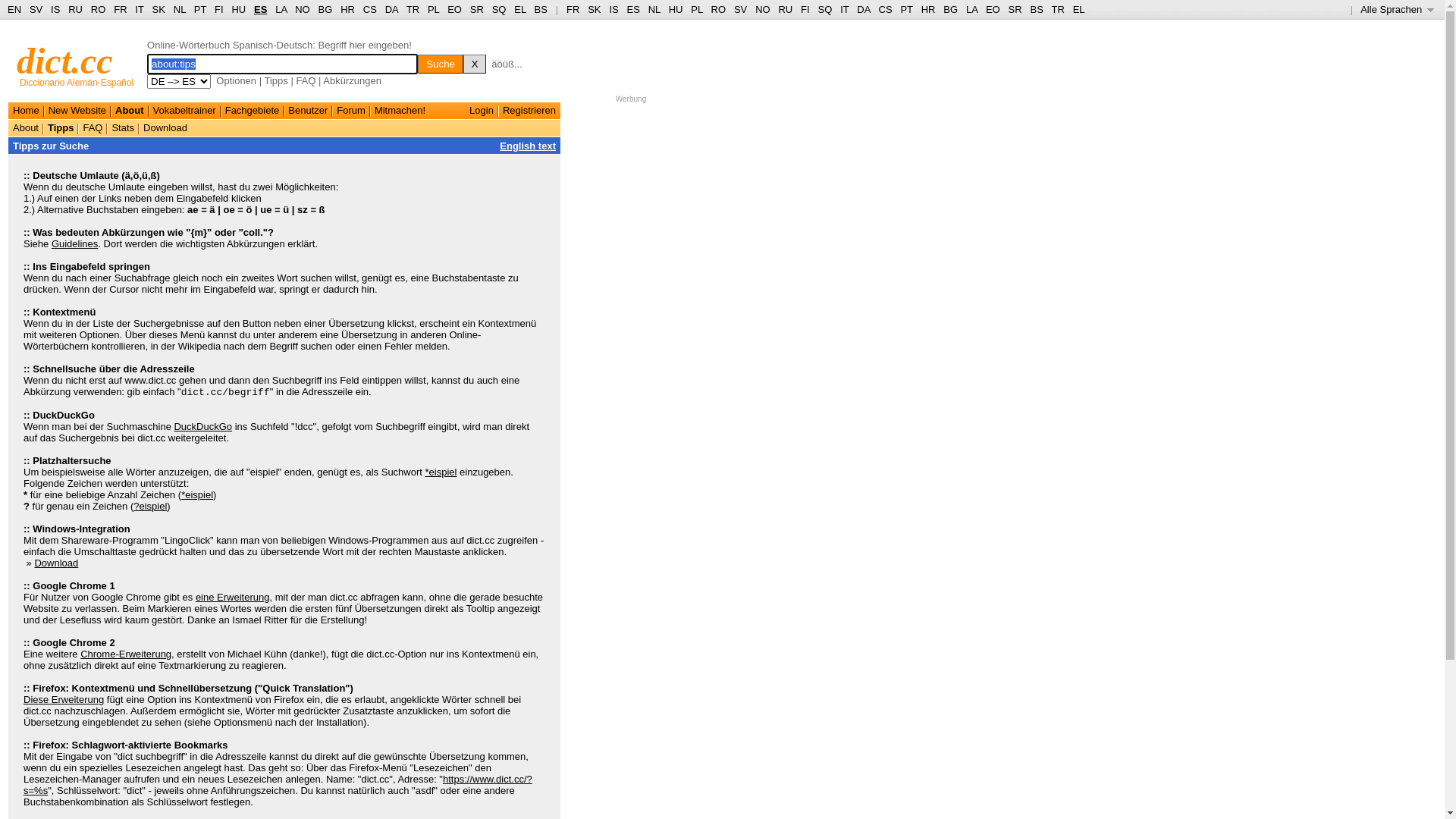  What do you see at coordinates (199, 9) in the screenshot?
I see `'PT'` at bounding box center [199, 9].